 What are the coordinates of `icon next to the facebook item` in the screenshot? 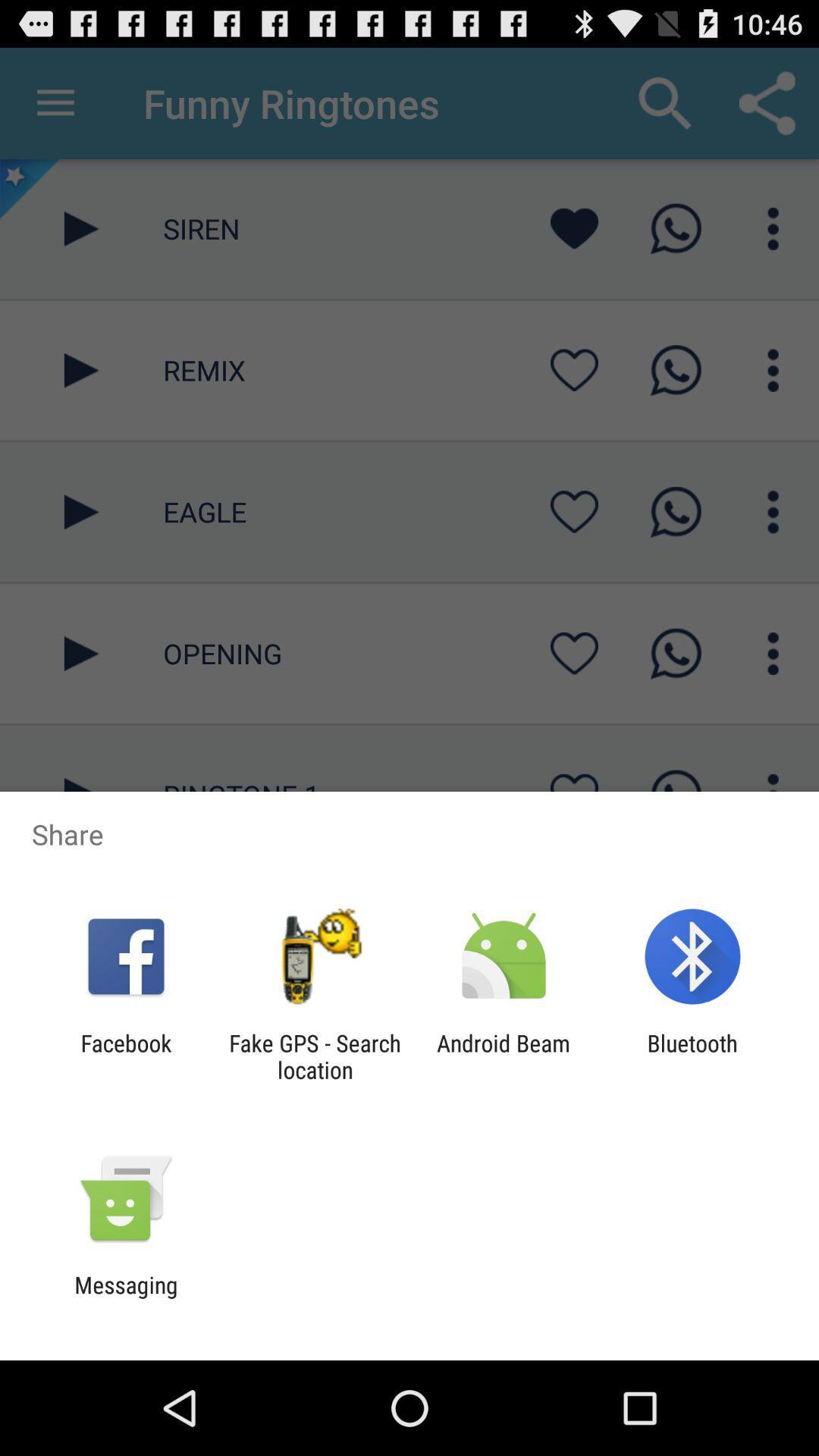 It's located at (314, 1056).